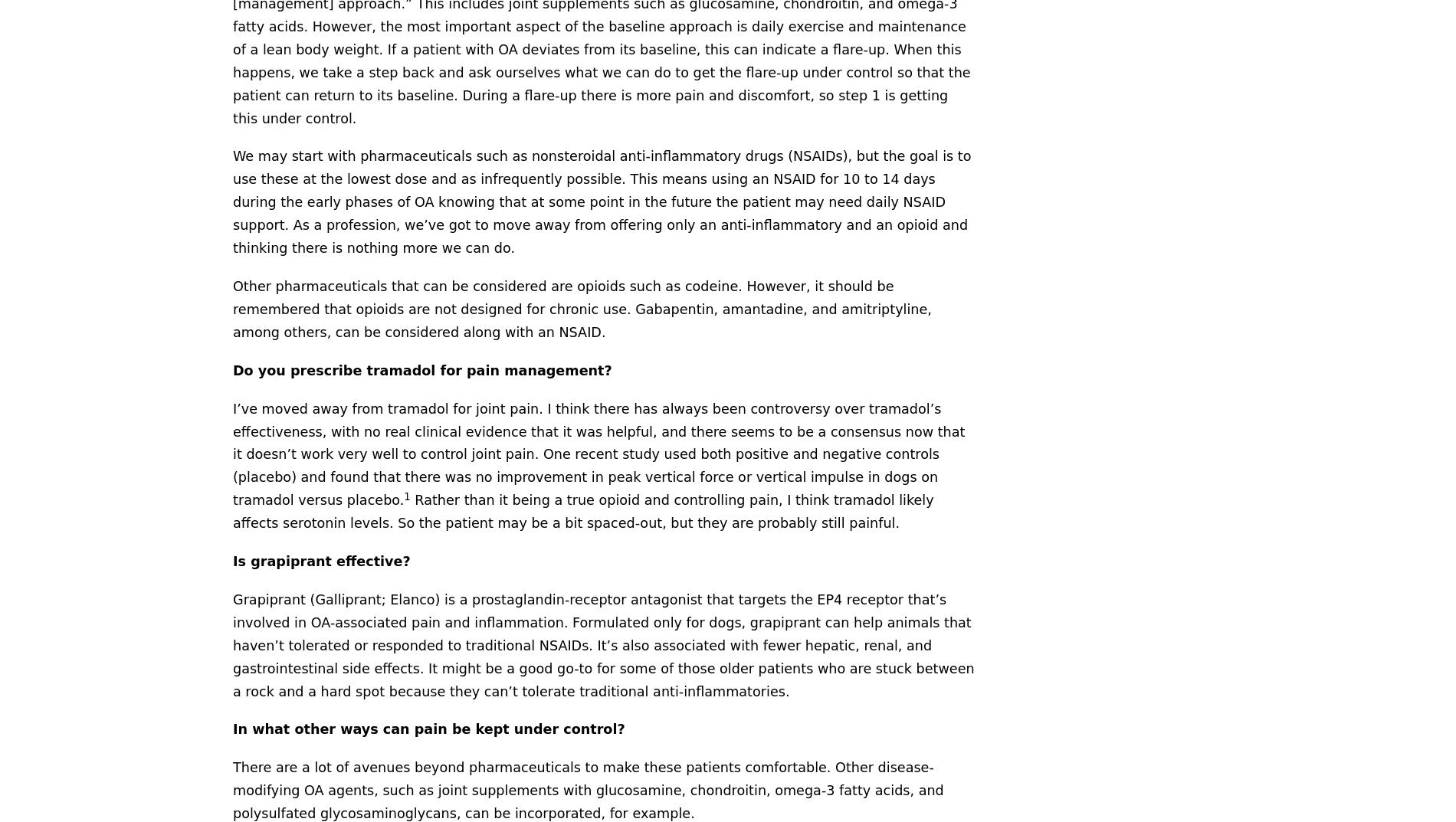 The height and width of the screenshot is (822, 1456). I want to click on 'I’ve moved away from tramadol for joint pain. I think there has always been controversy over tramadol’s effectiveness, with no real clinical evidence that it was helpful, and there seems to be a consensus now that it doesn’t work very well to control joint pain. One recent study used both positive and negative controls (placebo) and found that there was no improvement in peak vertical force or vertical impulse in dogs on tramadol versus placebo.', so click(598, 454).